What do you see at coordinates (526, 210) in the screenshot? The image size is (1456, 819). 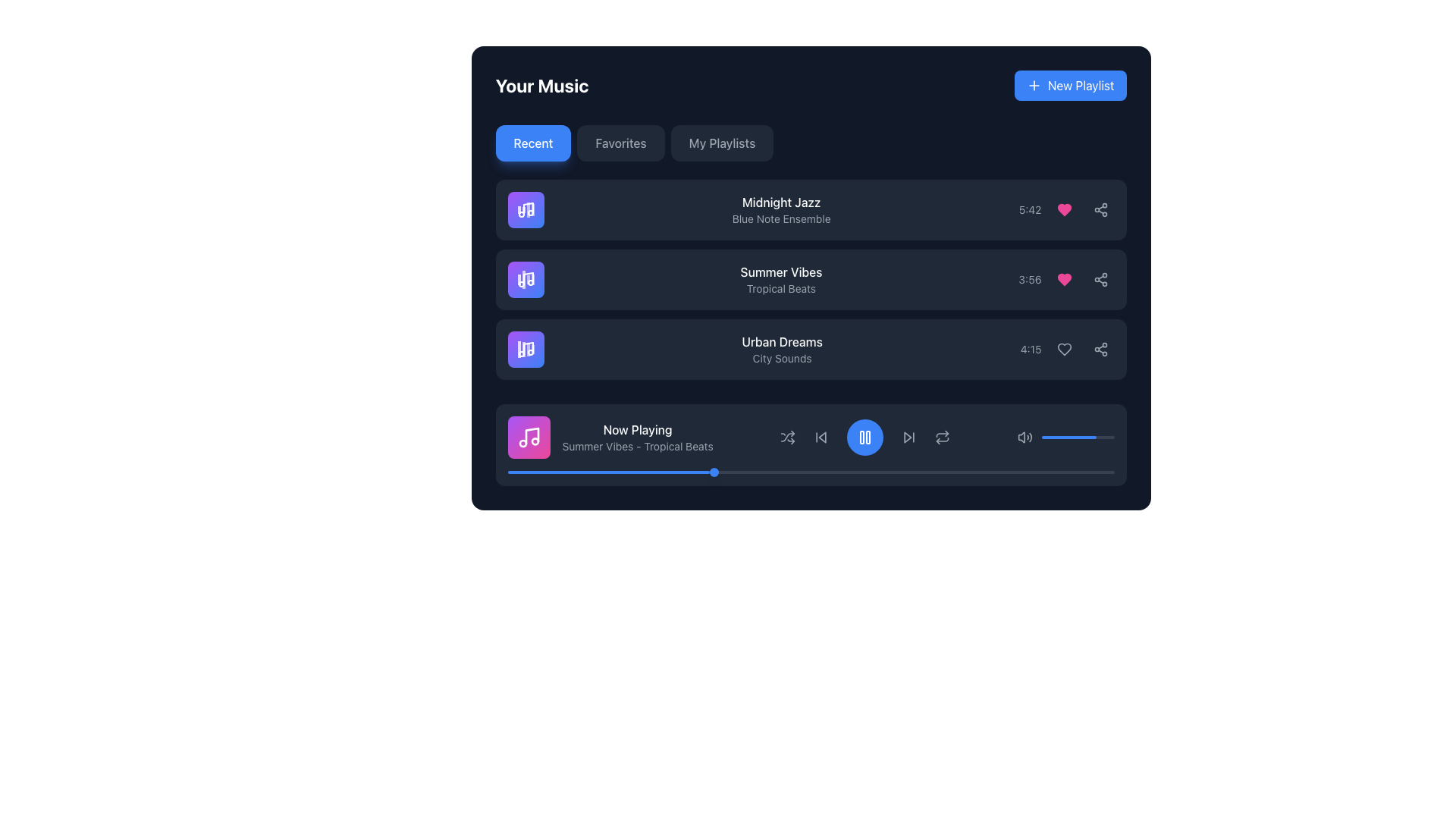 I see `the icon button representing the artwork for the 'Midnight Jazz' music track` at bounding box center [526, 210].